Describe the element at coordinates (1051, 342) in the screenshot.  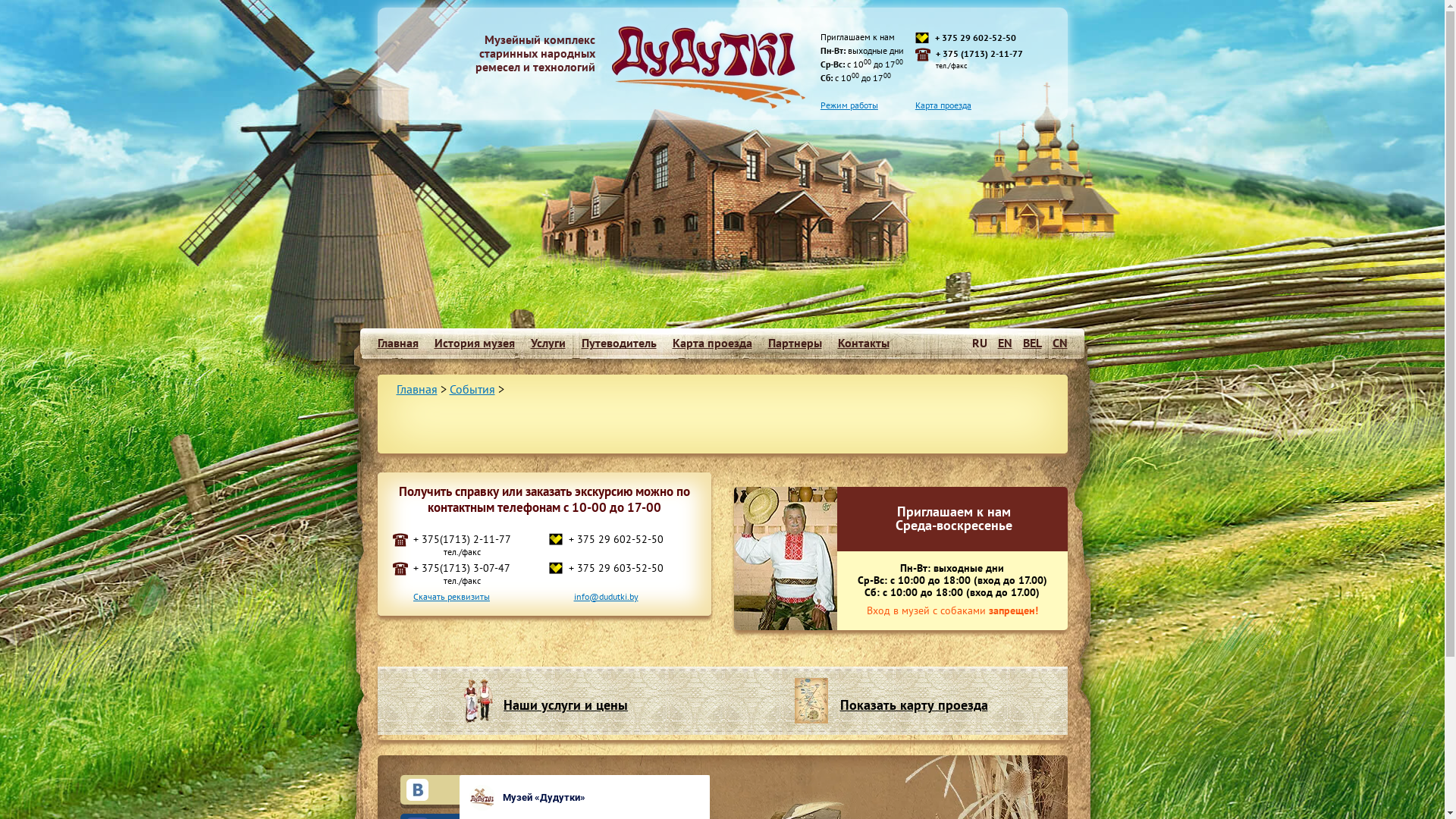
I see `'CN'` at that location.